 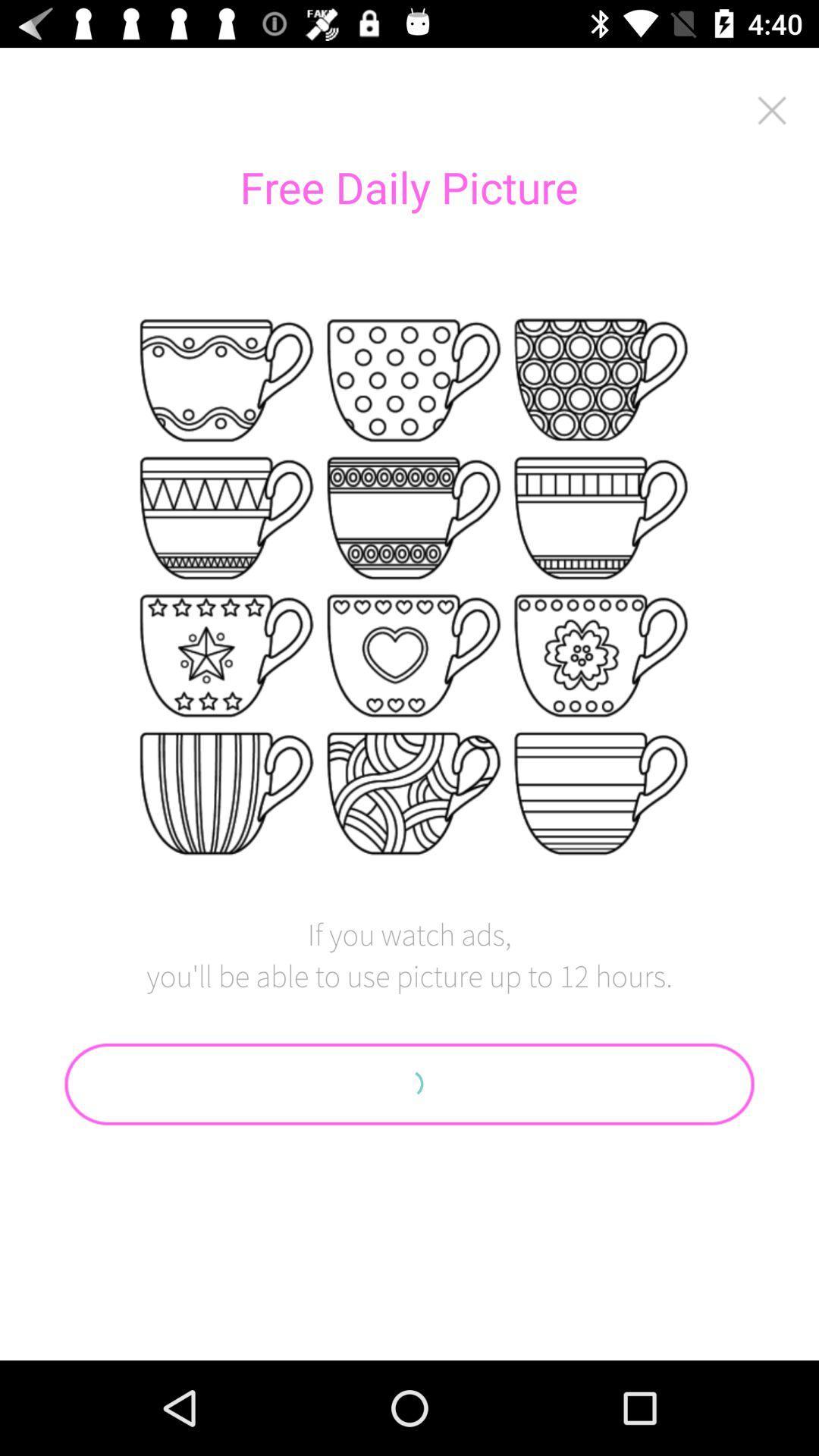 What do you see at coordinates (772, 109) in the screenshot?
I see `icon to the right of the free daily picture` at bounding box center [772, 109].